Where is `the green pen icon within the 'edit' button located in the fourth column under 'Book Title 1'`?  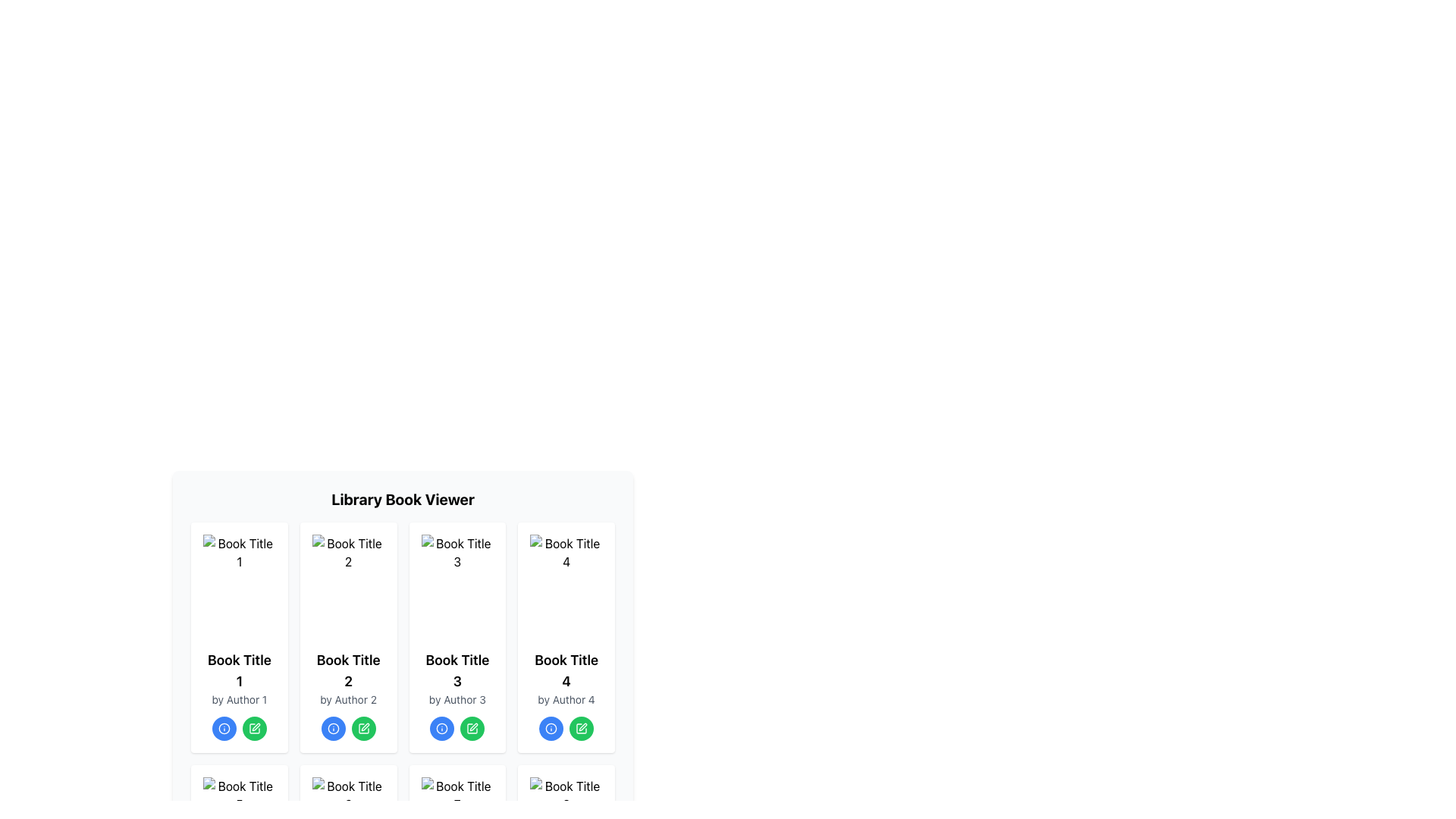 the green pen icon within the 'edit' button located in the fourth column under 'Book Title 1' is located at coordinates (254, 727).